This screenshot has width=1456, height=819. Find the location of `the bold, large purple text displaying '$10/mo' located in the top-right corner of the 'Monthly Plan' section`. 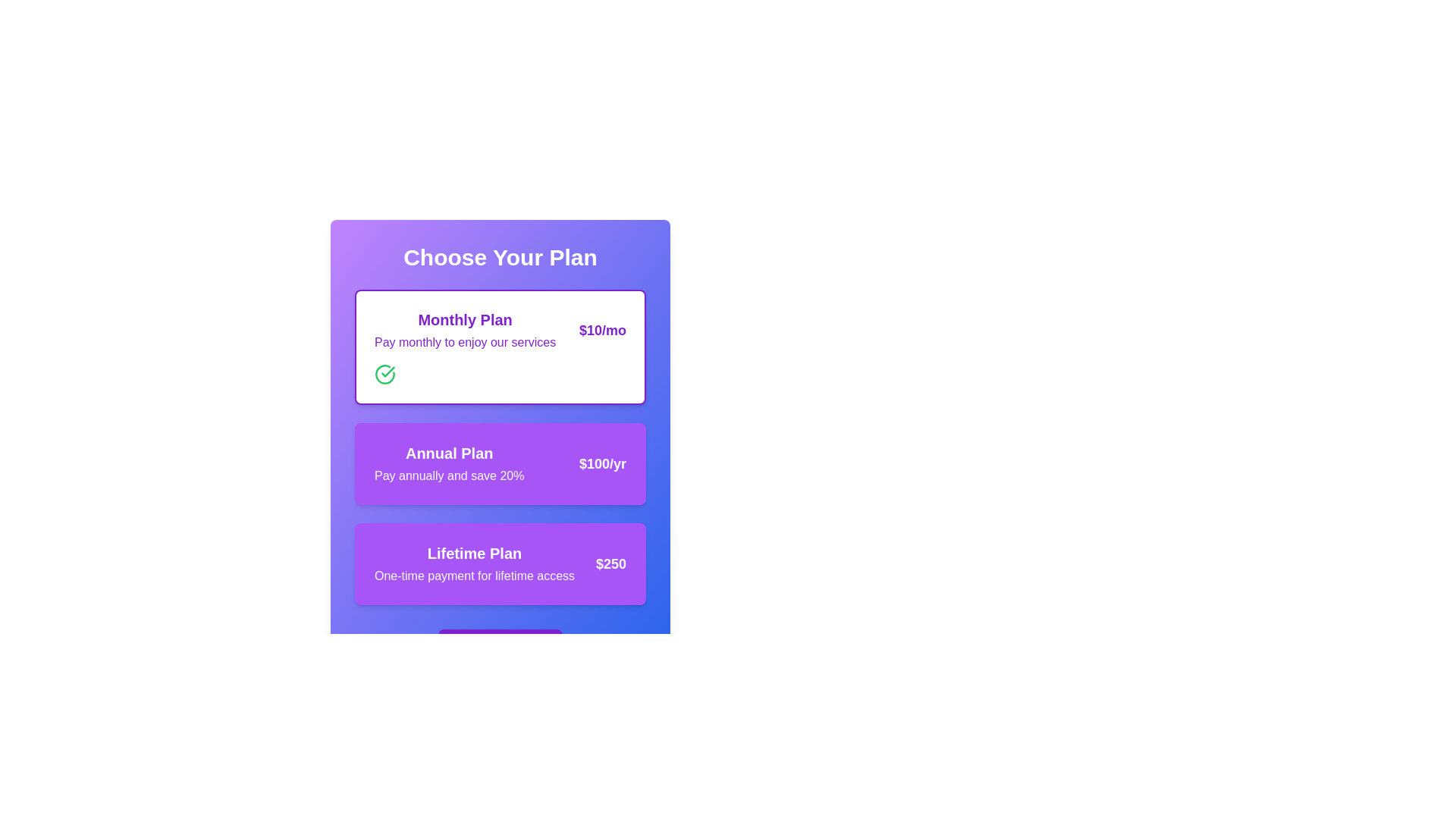

the bold, large purple text displaying '$10/mo' located in the top-right corner of the 'Monthly Plan' section is located at coordinates (602, 329).